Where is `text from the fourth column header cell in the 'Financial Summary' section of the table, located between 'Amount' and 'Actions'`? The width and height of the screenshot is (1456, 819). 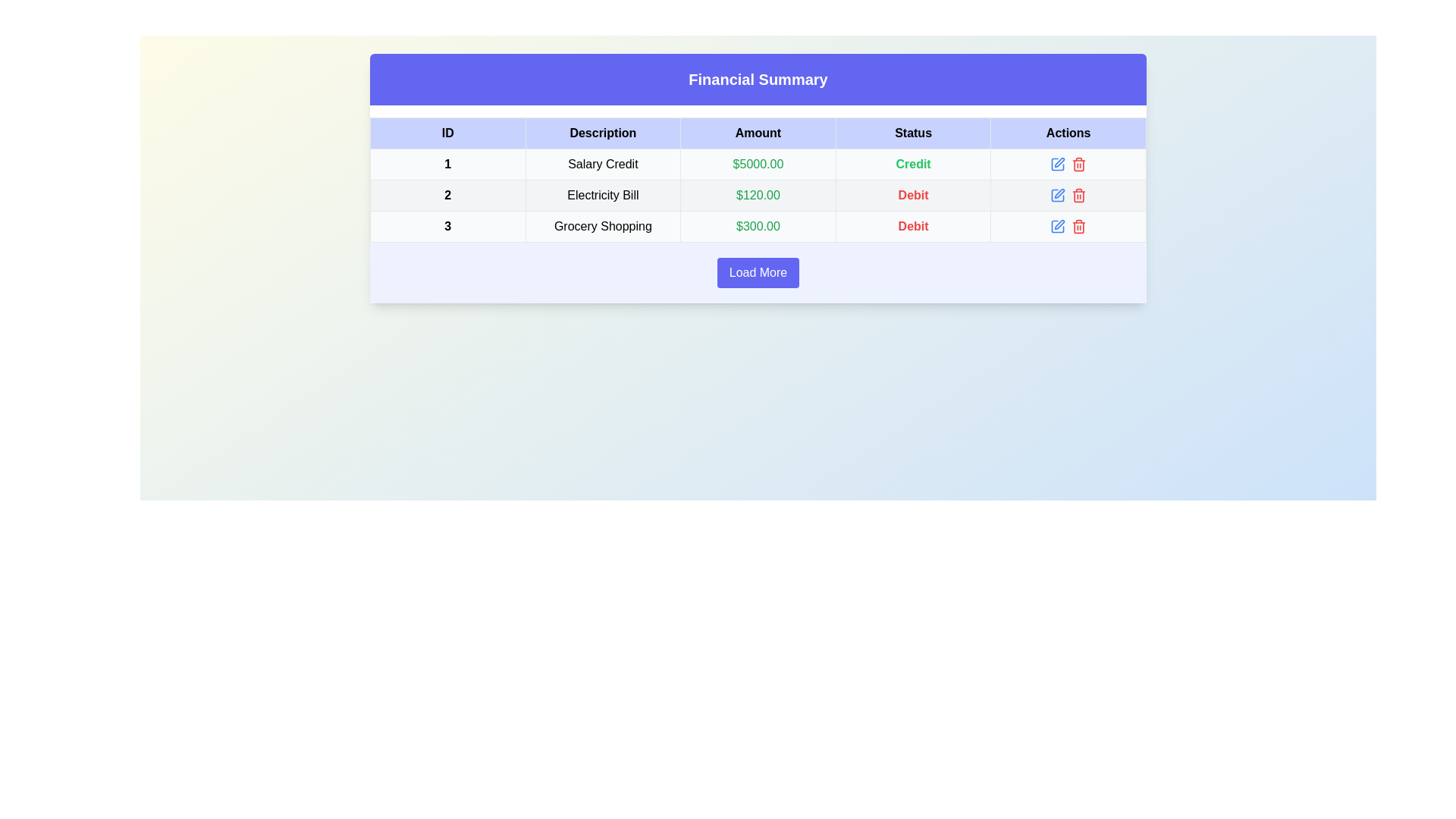
text from the fourth column header cell in the 'Financial Summary' section of the table, located between 'Amount' and 'Actions' is located at coordinates (912, 133).